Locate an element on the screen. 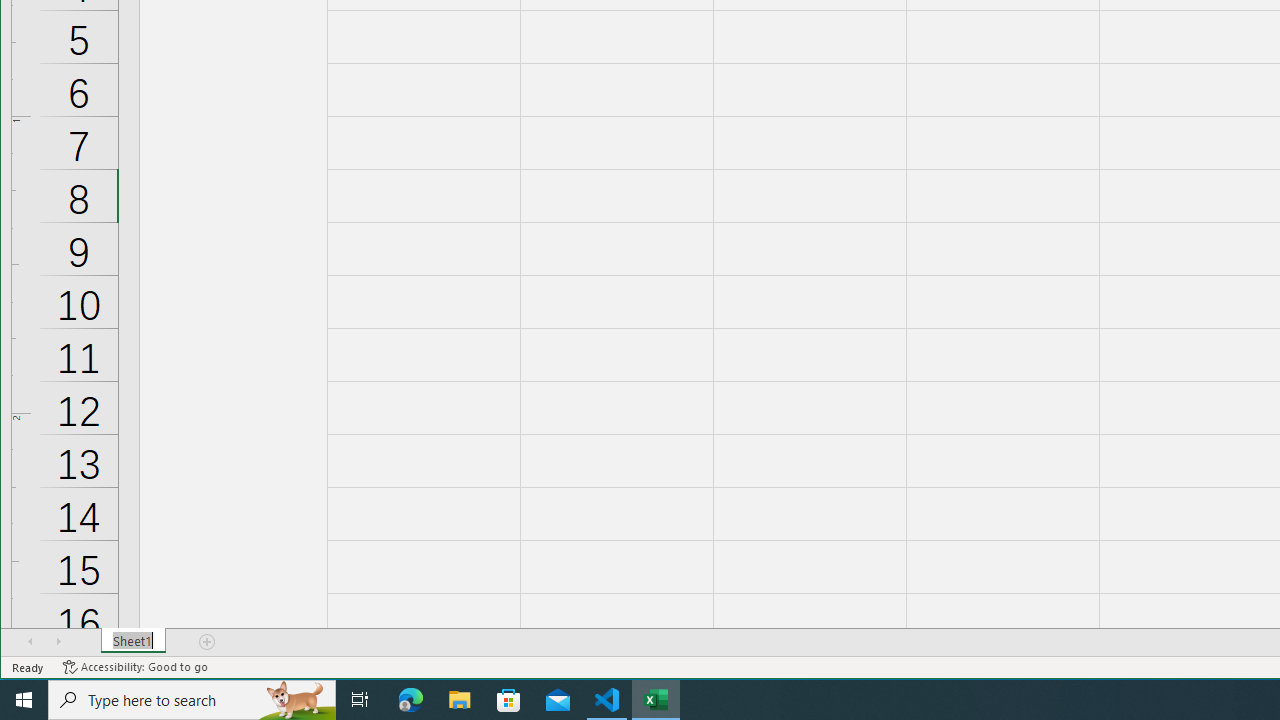  'Excel - 1 running window' is located at coordinates (656, 698).